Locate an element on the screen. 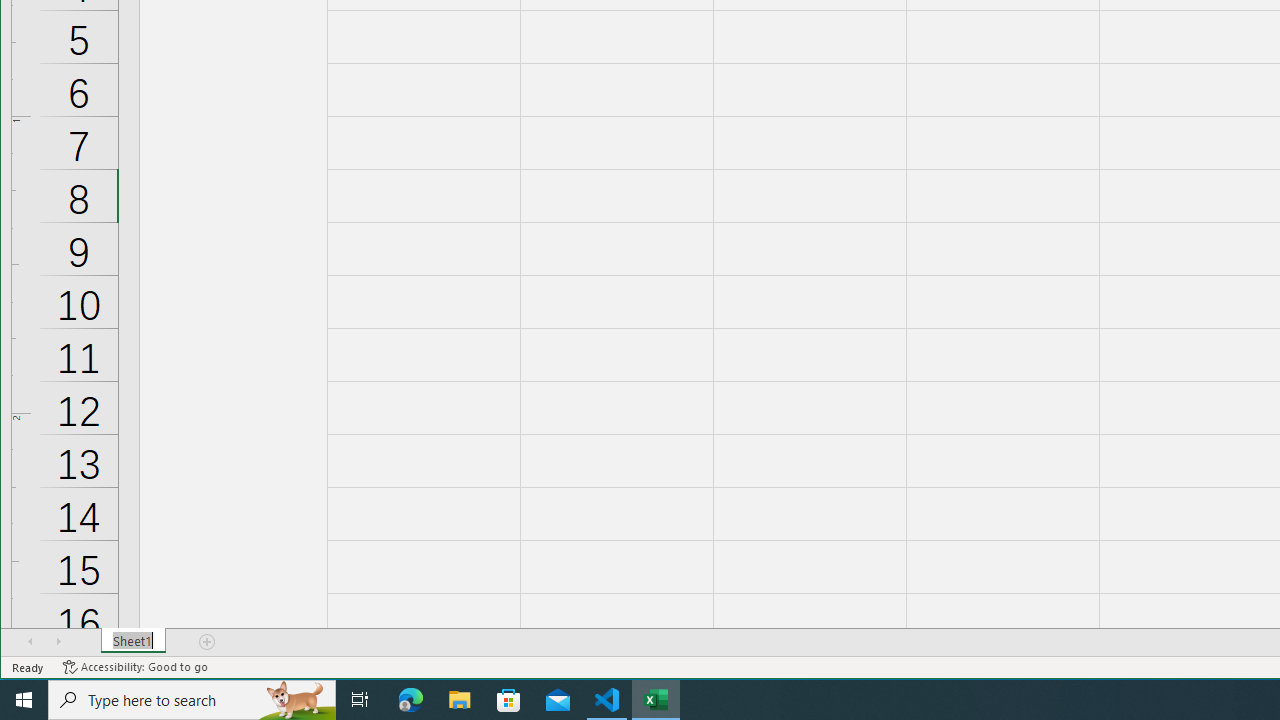  'Excel - 1 running window' is located at coordinates (656, 698).